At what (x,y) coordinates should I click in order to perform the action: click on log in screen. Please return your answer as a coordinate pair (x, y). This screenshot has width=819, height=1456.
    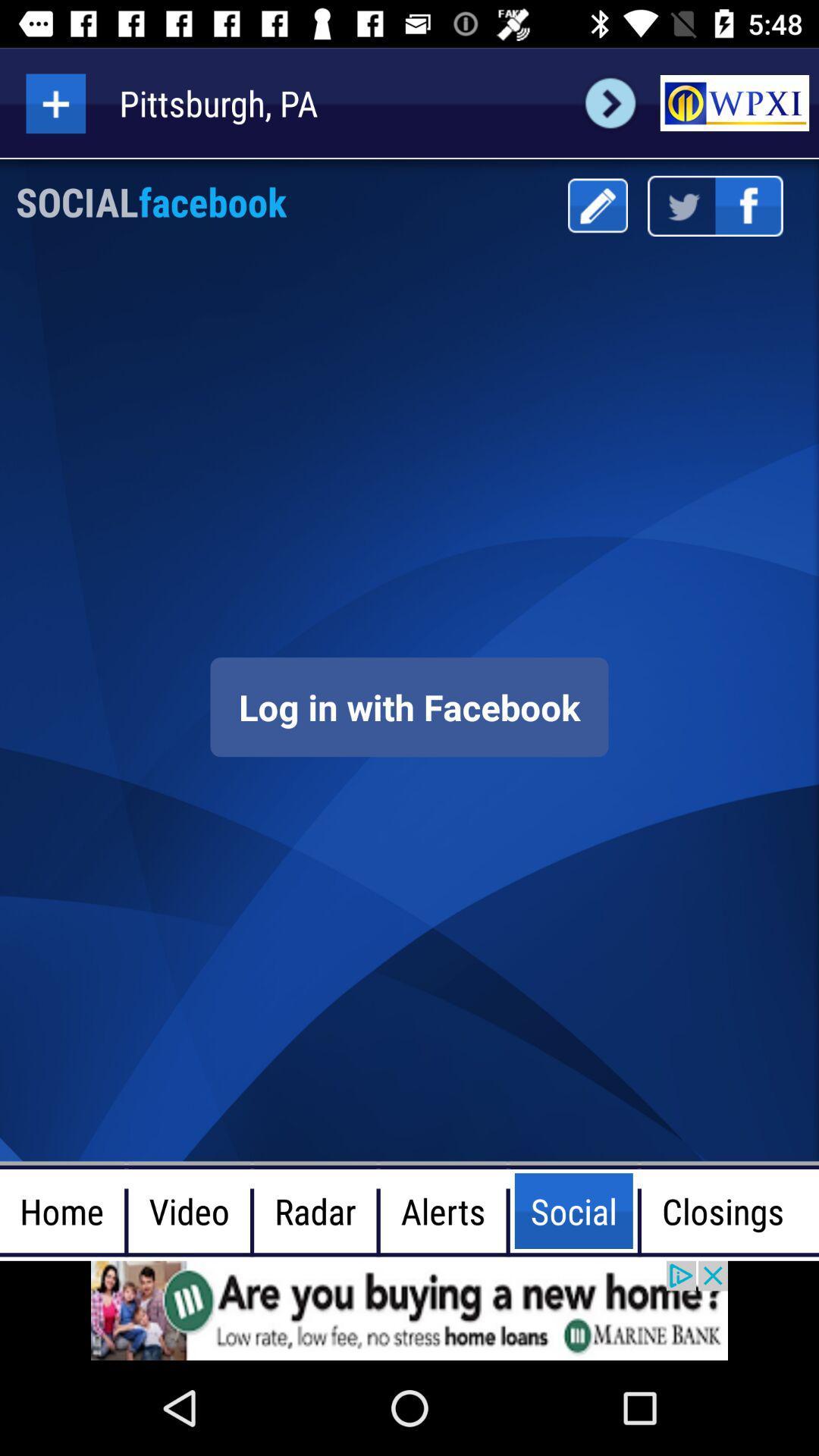
    Looking at the image, I should click on (409, 706).